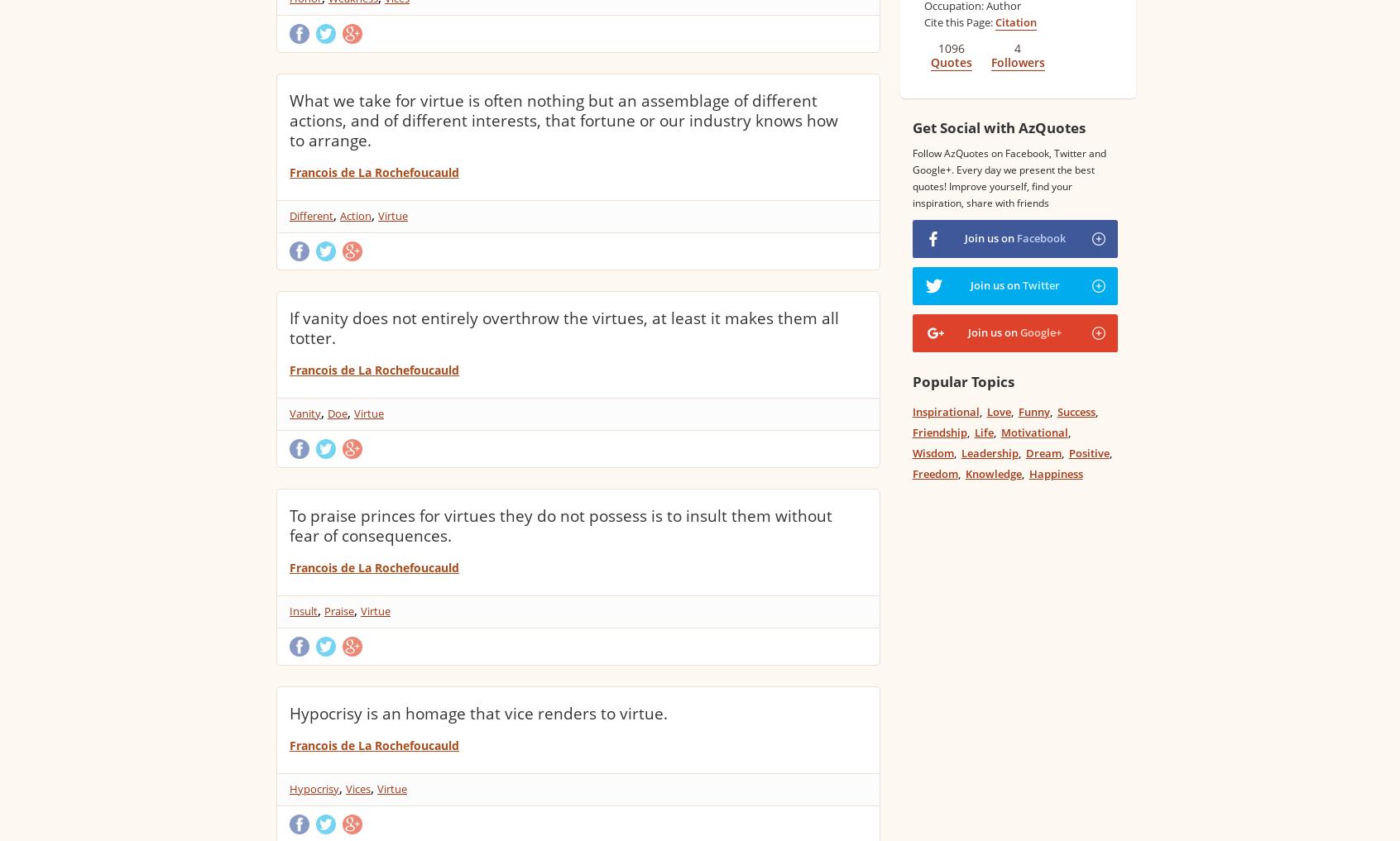  What do you see at coordinates (911, 127) in the screenshot?
I see `'Get Social with AzQuotes'` at bounding box center [911, 127].